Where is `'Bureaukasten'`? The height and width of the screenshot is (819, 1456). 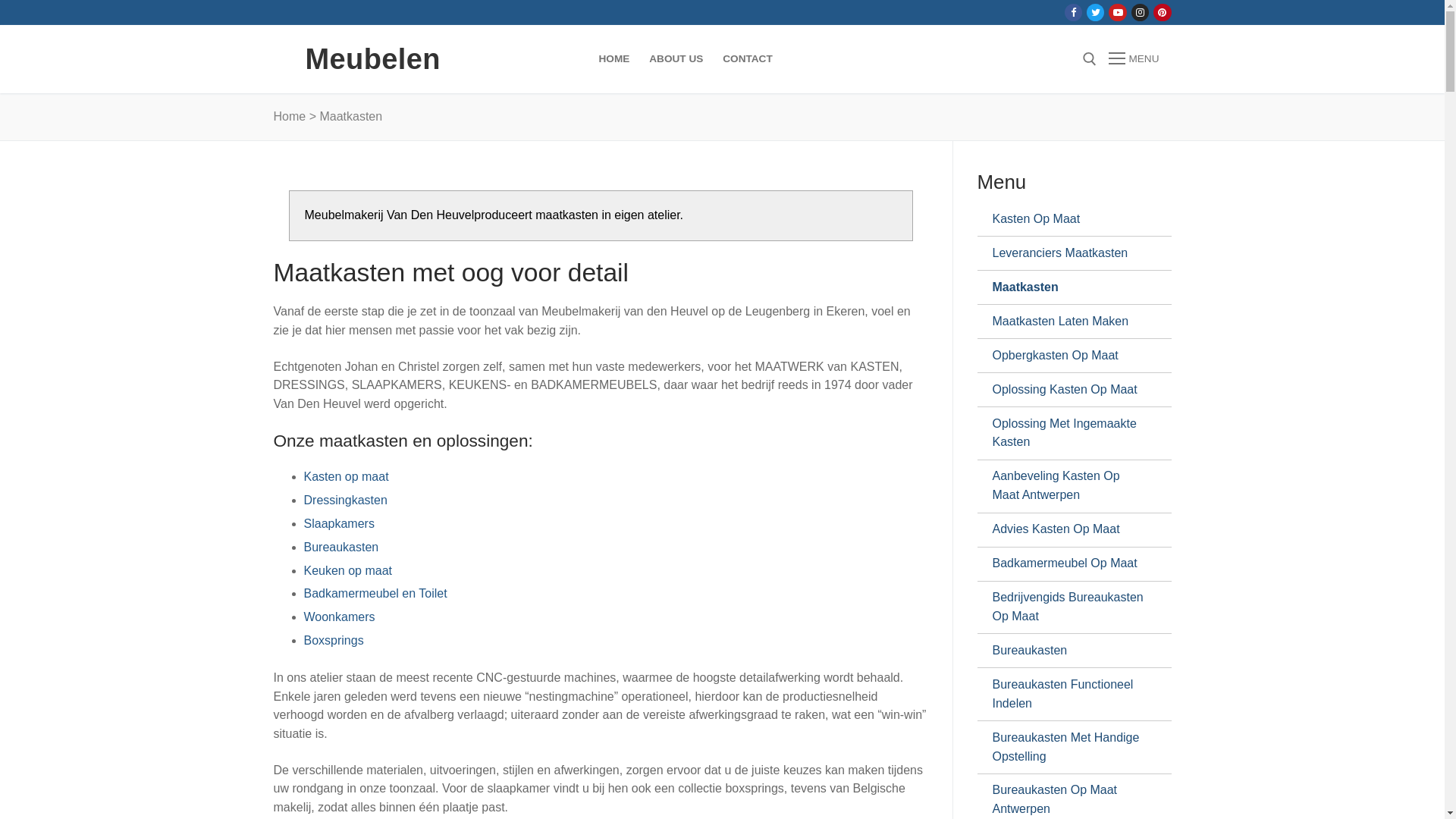 'Bureaukasten' is located at coordinates (992, 649).